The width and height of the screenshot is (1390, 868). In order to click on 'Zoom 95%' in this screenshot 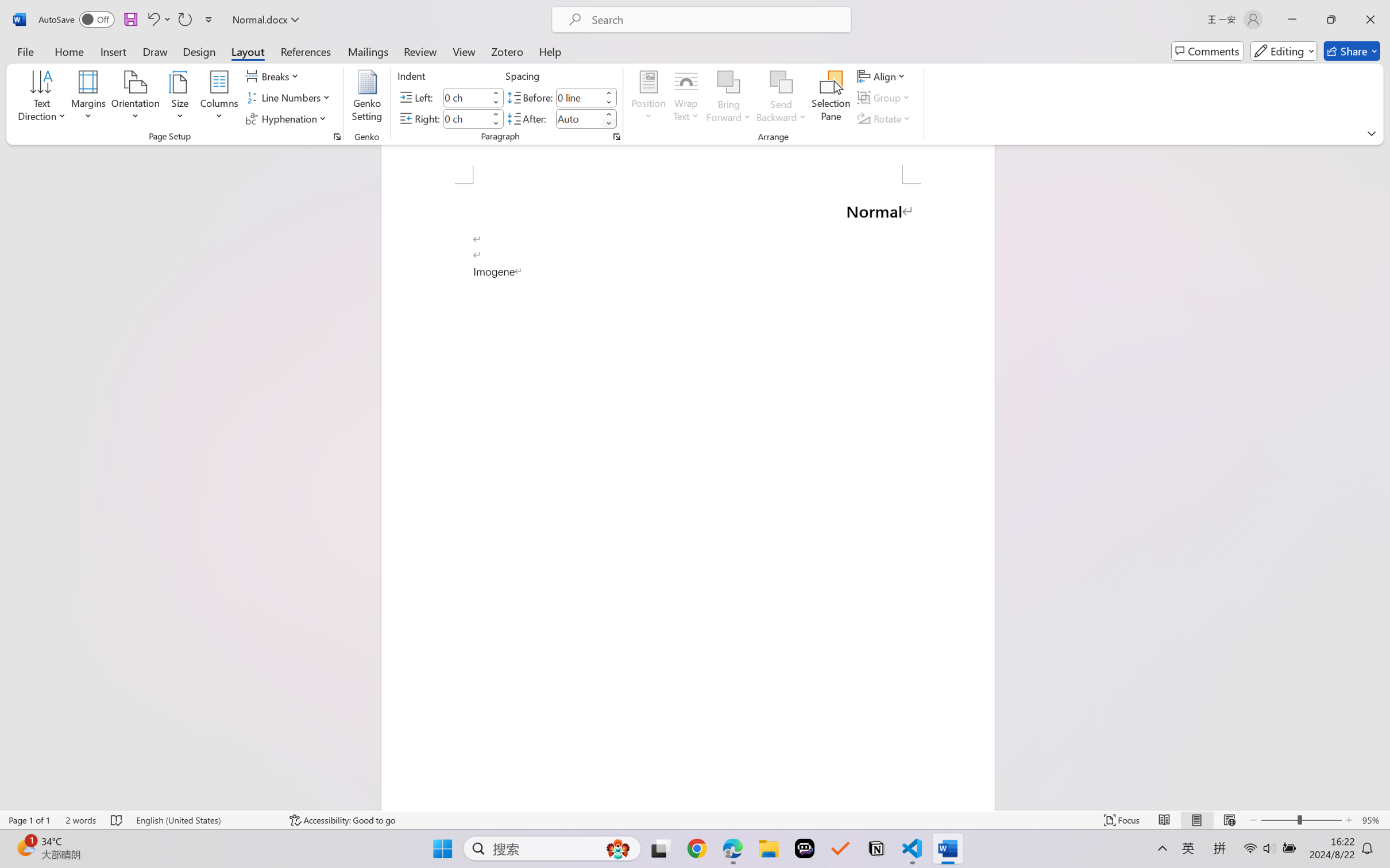, I will do `click(1373, 820)`.